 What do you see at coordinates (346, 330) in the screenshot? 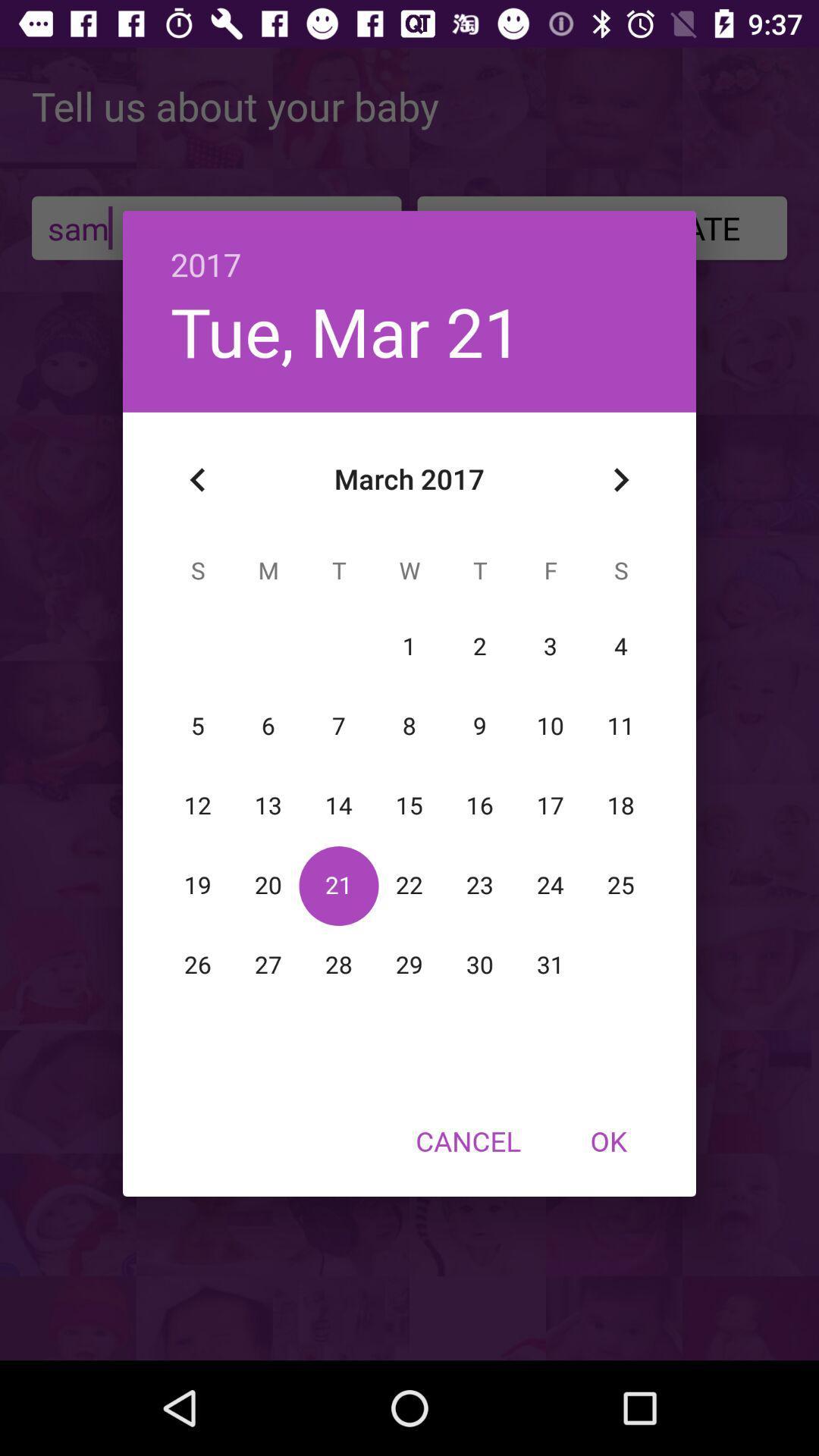
I see `the tue, mar 21 icon` at bounding box center [346, 330].